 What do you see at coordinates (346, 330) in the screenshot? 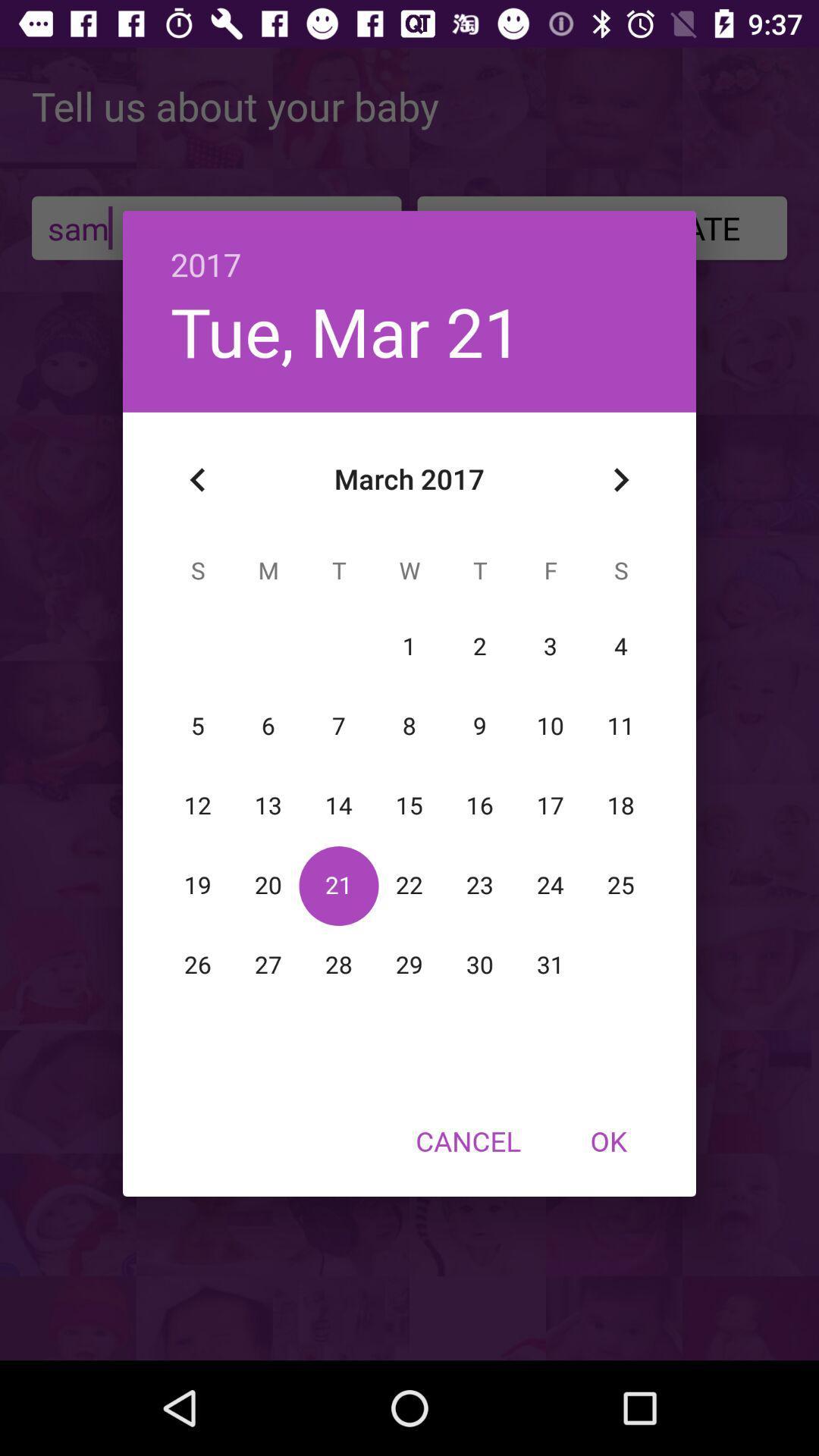
I see `the tue, mar 21 icon` at bounding box center [346, 330].